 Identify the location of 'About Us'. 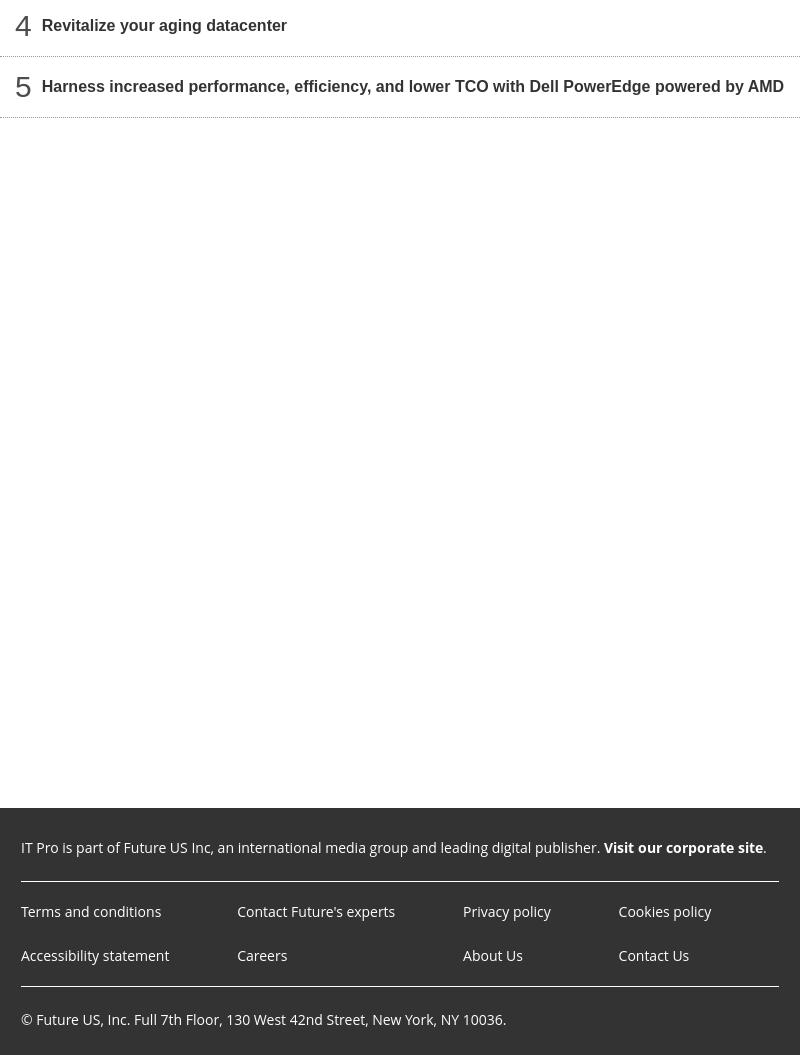
(492, 955).